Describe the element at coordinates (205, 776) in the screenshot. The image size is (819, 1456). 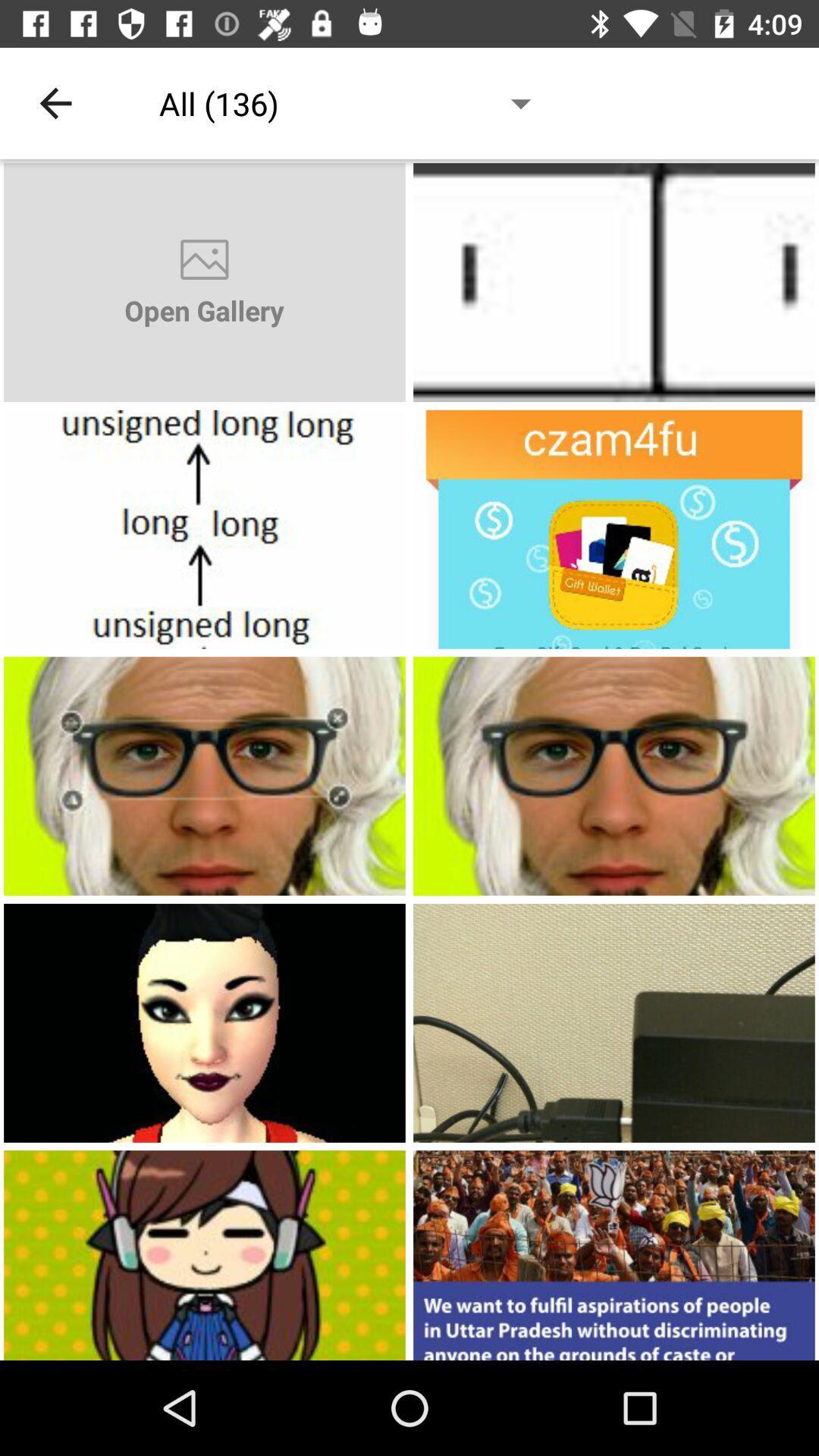
I see `advertisement image` at that location.